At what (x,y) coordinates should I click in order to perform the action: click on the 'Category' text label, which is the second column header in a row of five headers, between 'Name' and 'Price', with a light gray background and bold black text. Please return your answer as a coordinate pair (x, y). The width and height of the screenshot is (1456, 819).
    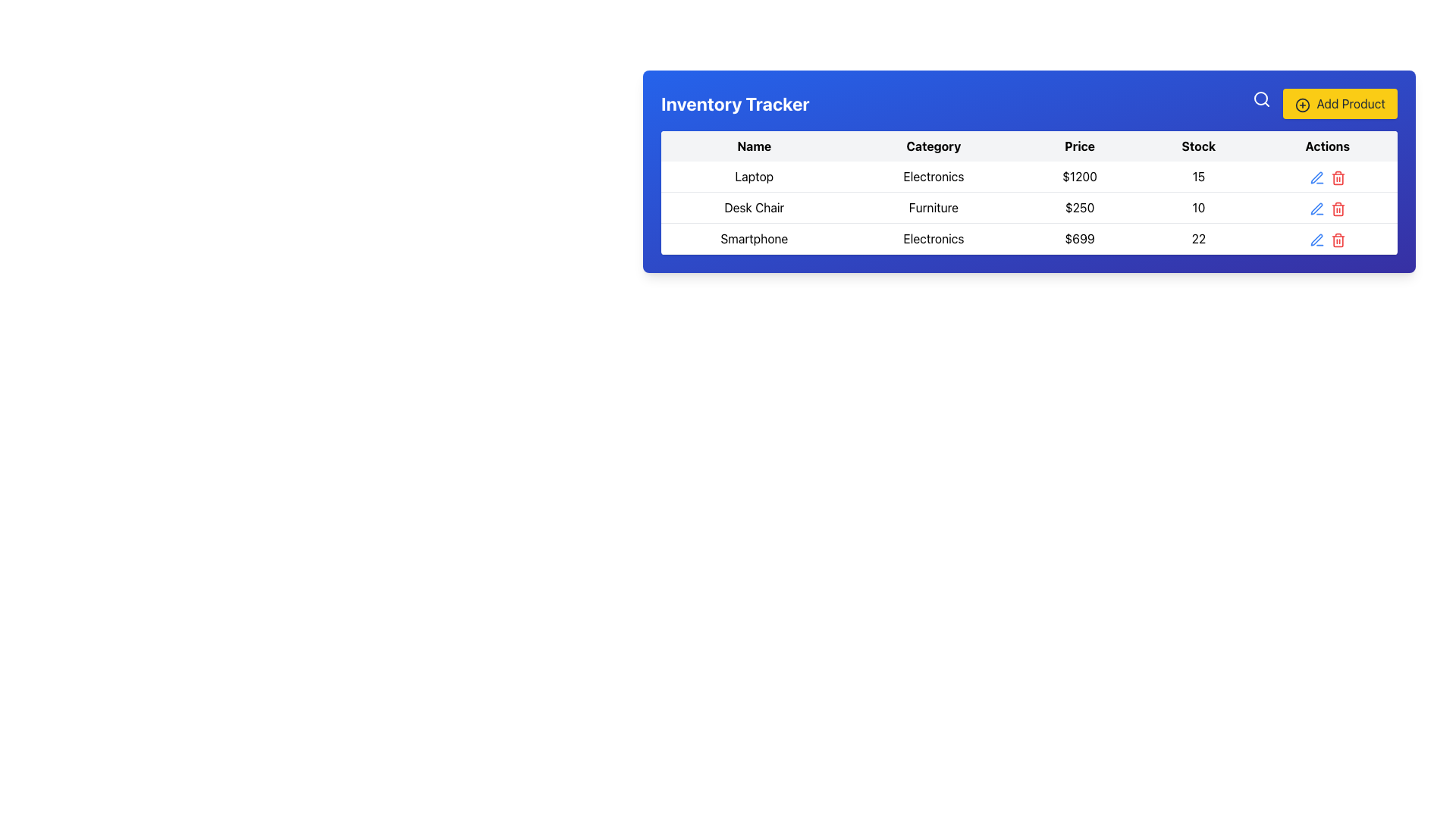
    Looking at the image, I should click on (933, 146).